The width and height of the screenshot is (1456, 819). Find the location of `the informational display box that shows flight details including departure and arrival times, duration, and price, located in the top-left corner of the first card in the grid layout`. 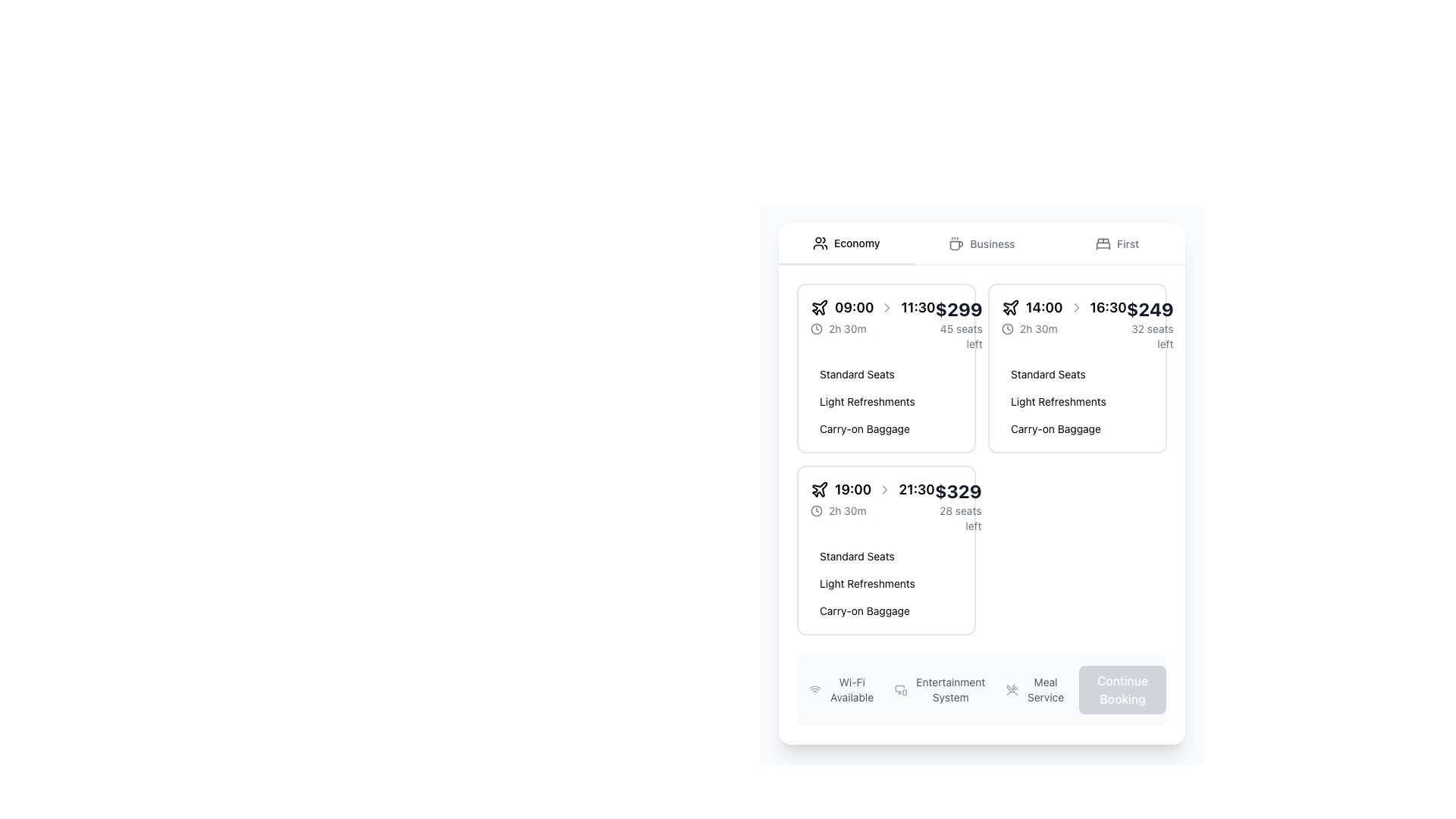

the informational display box that shows flight details including departure and arrival times, duration, and price, located in the top-left corner of the first card in the grid layout is located at coordinates (886, 324).